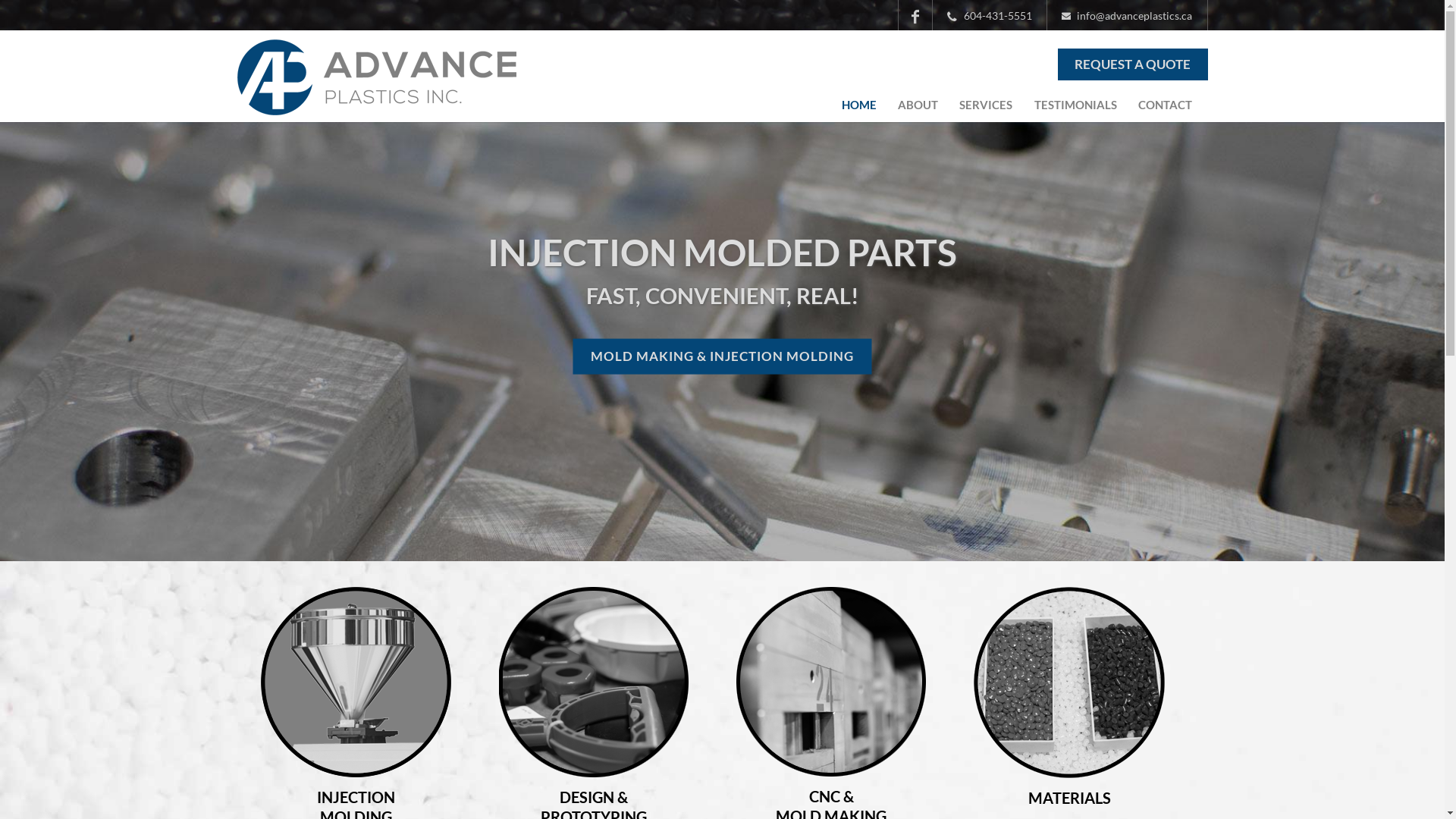  I want to click on 'Advance Plastics @ Facebook', so click(914, 14).